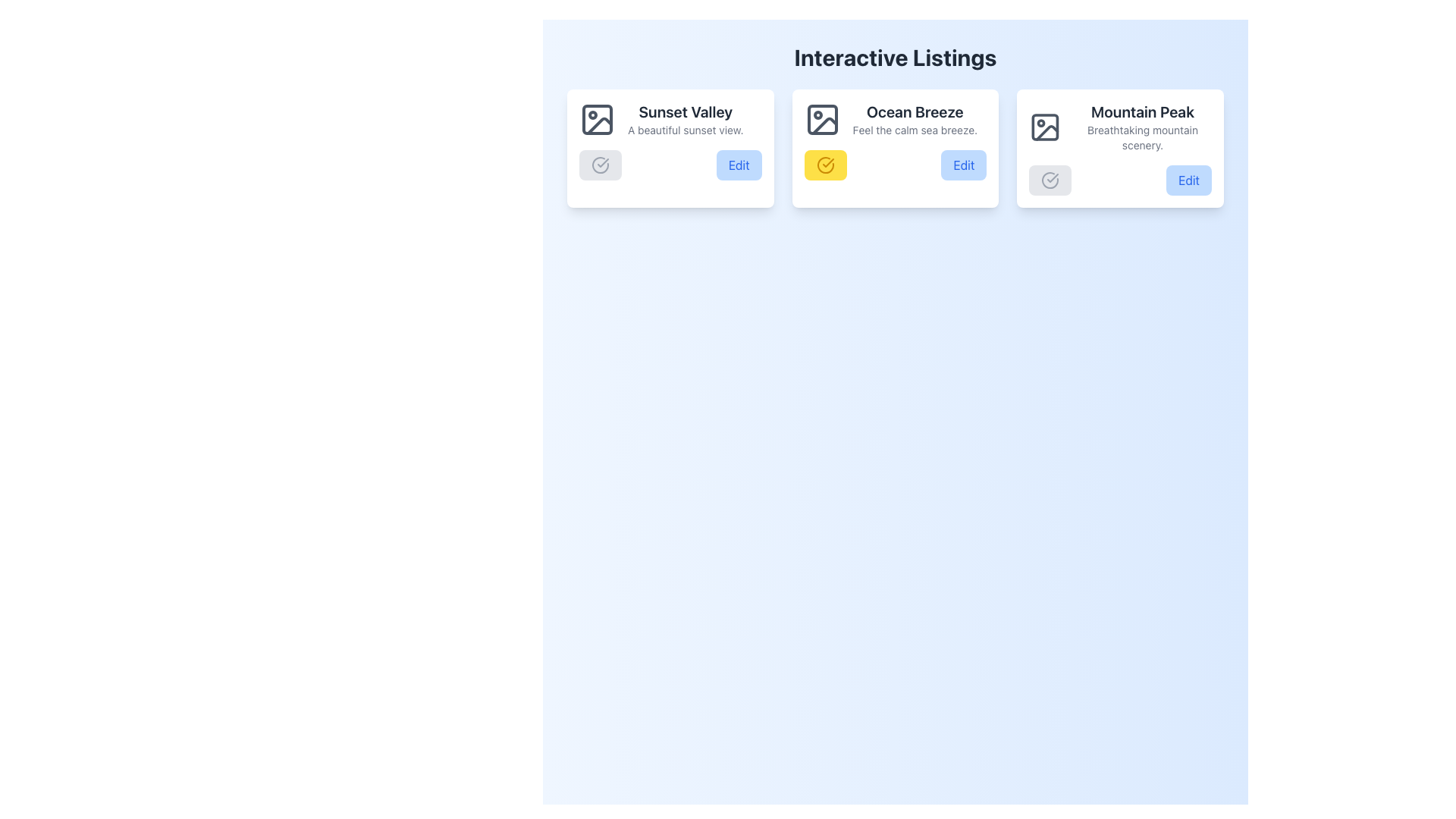 Image resolution: width=1456 pixels, height=819 pixels. What do you see at coordinates (824, 165) in the screenshot?
I see `the status icon located within the 'Ocean Breeze' card` at bounding box center [824, 165].